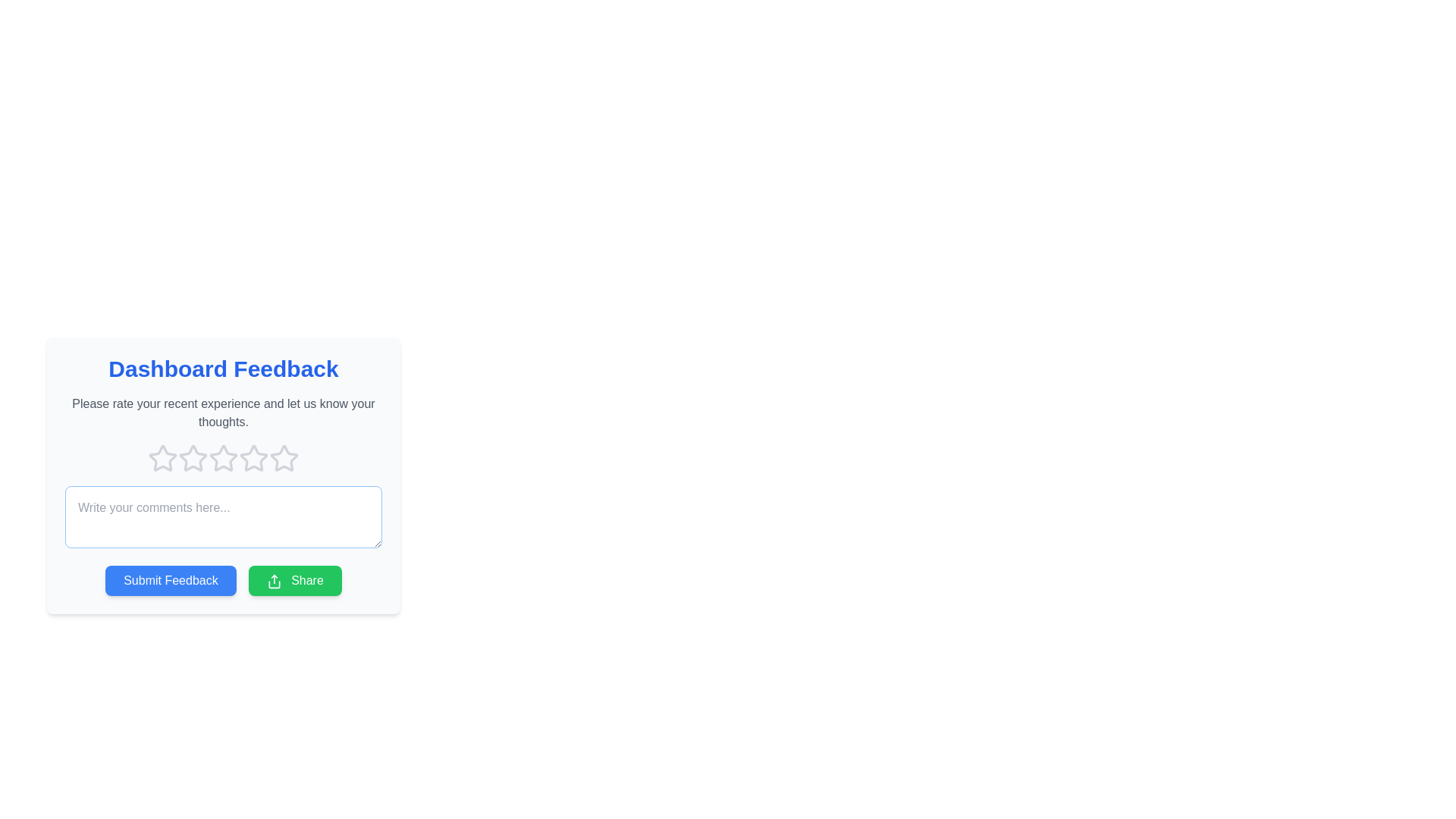 The image size is (1456, 819). Describe the element at coordinates (222, 413) in the screenshot. I see `instructions from the text label that says 'Please rate your recent experience and let us know your thoughts.' positioned within the feedback section of the card` at that location.